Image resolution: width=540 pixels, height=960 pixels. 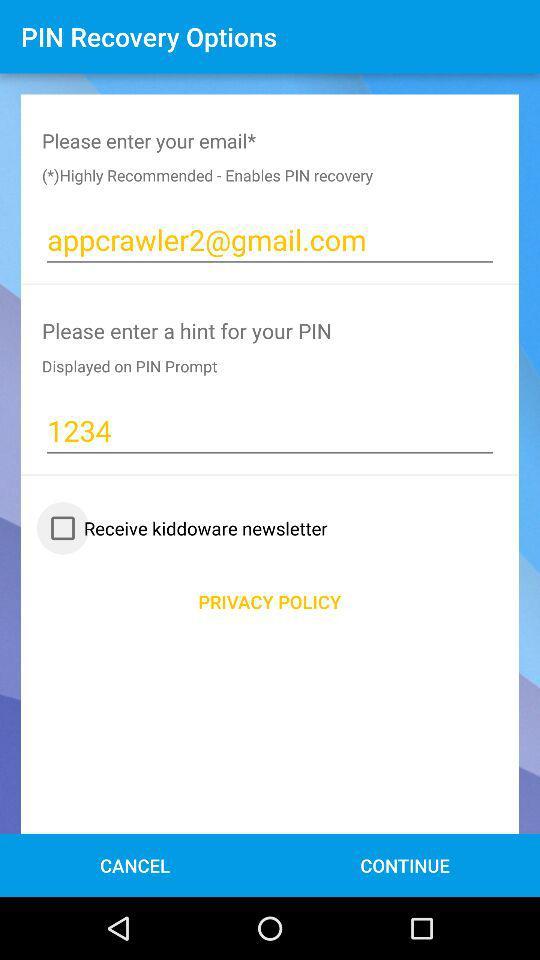 I want to click on the privacy policy, so click(x=269, y=600).